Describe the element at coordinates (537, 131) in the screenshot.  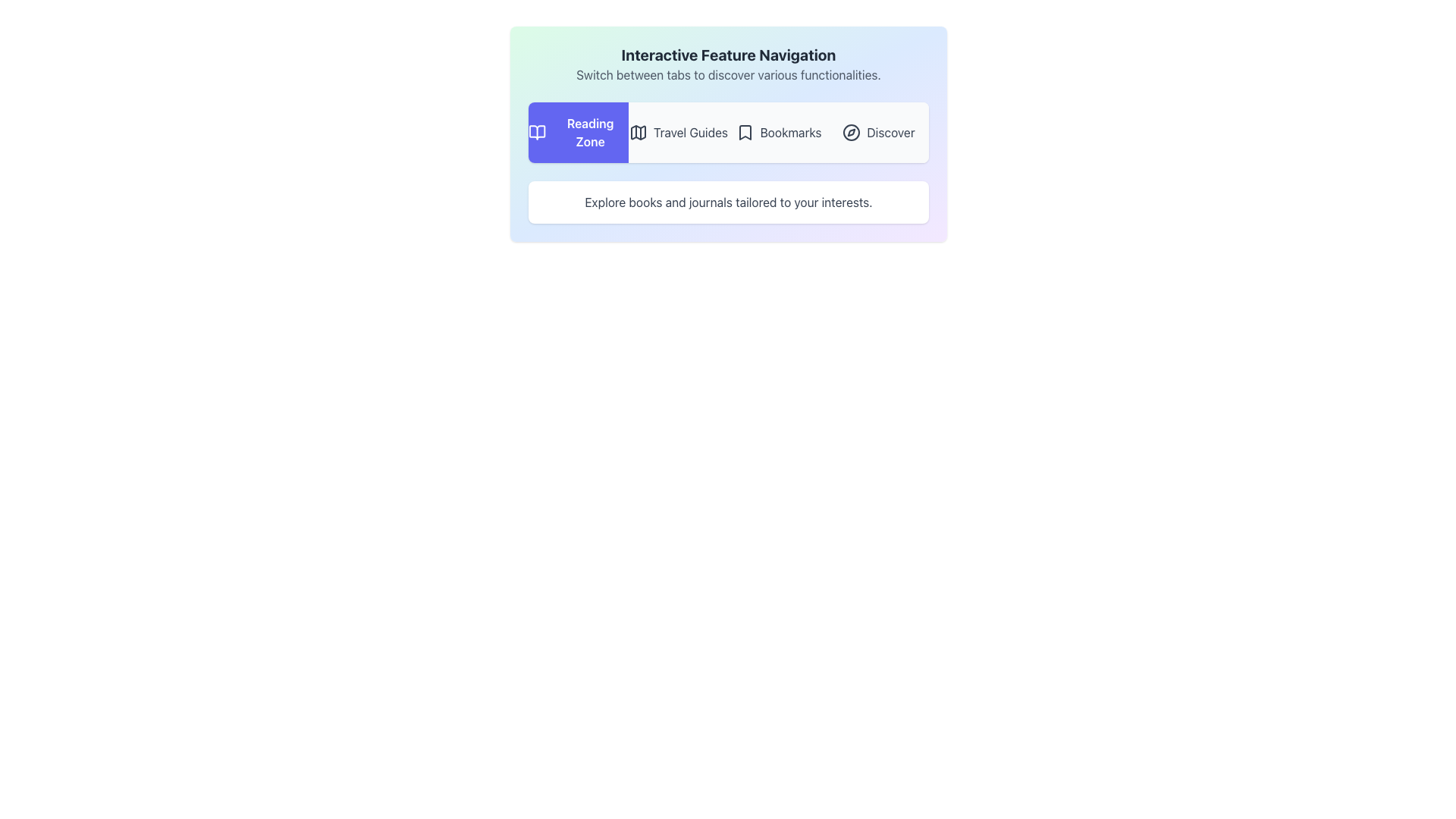
I see `the book icon with a blue background located in the 'Reading Zone' navigation options` at that location.